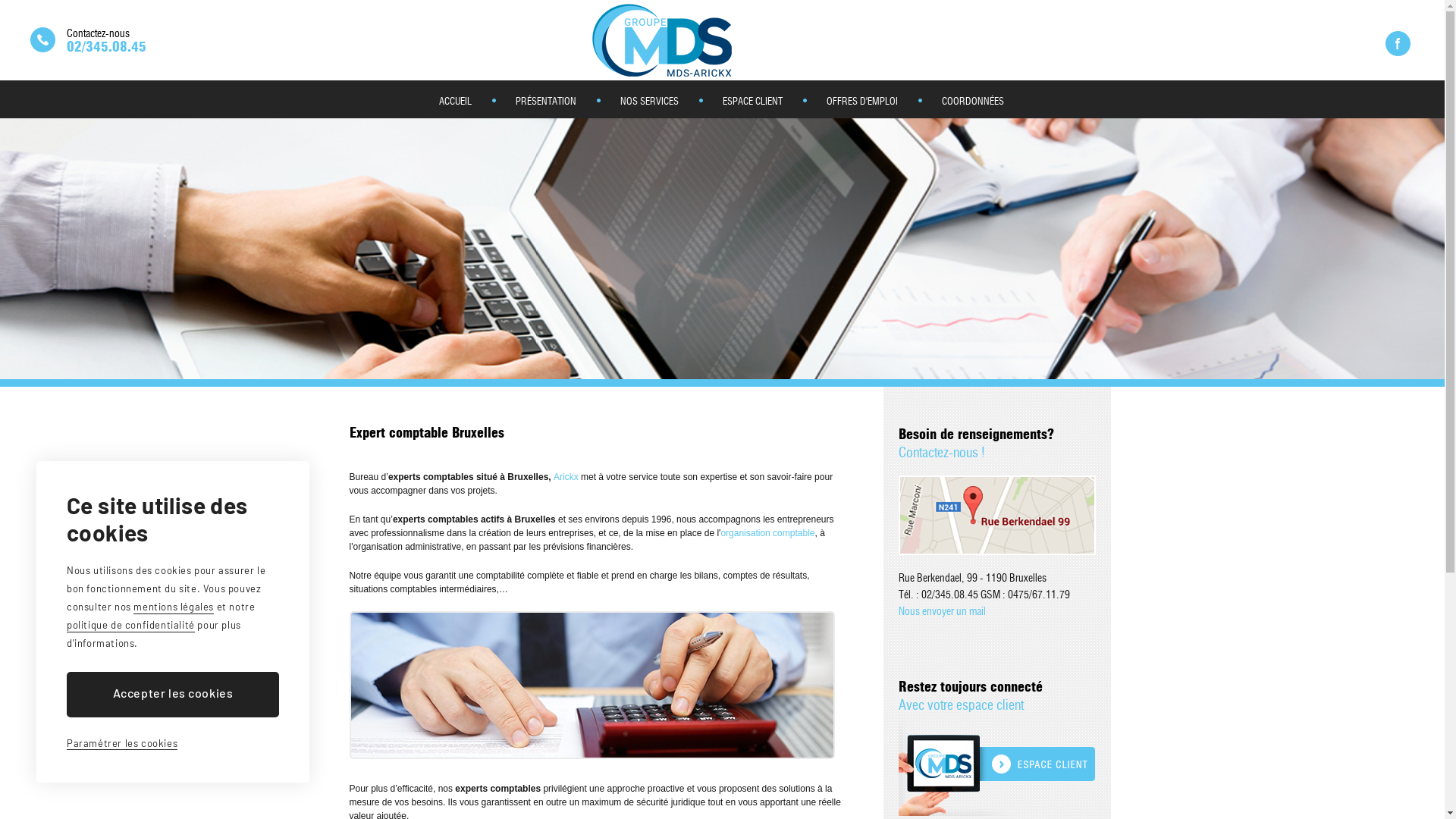 The width and height of the screenshot is (1456, 819). What do you see at coordinates (767, 532) in the screenshot?
I see `'organisation comptable'` at bounding box center [767, 532].